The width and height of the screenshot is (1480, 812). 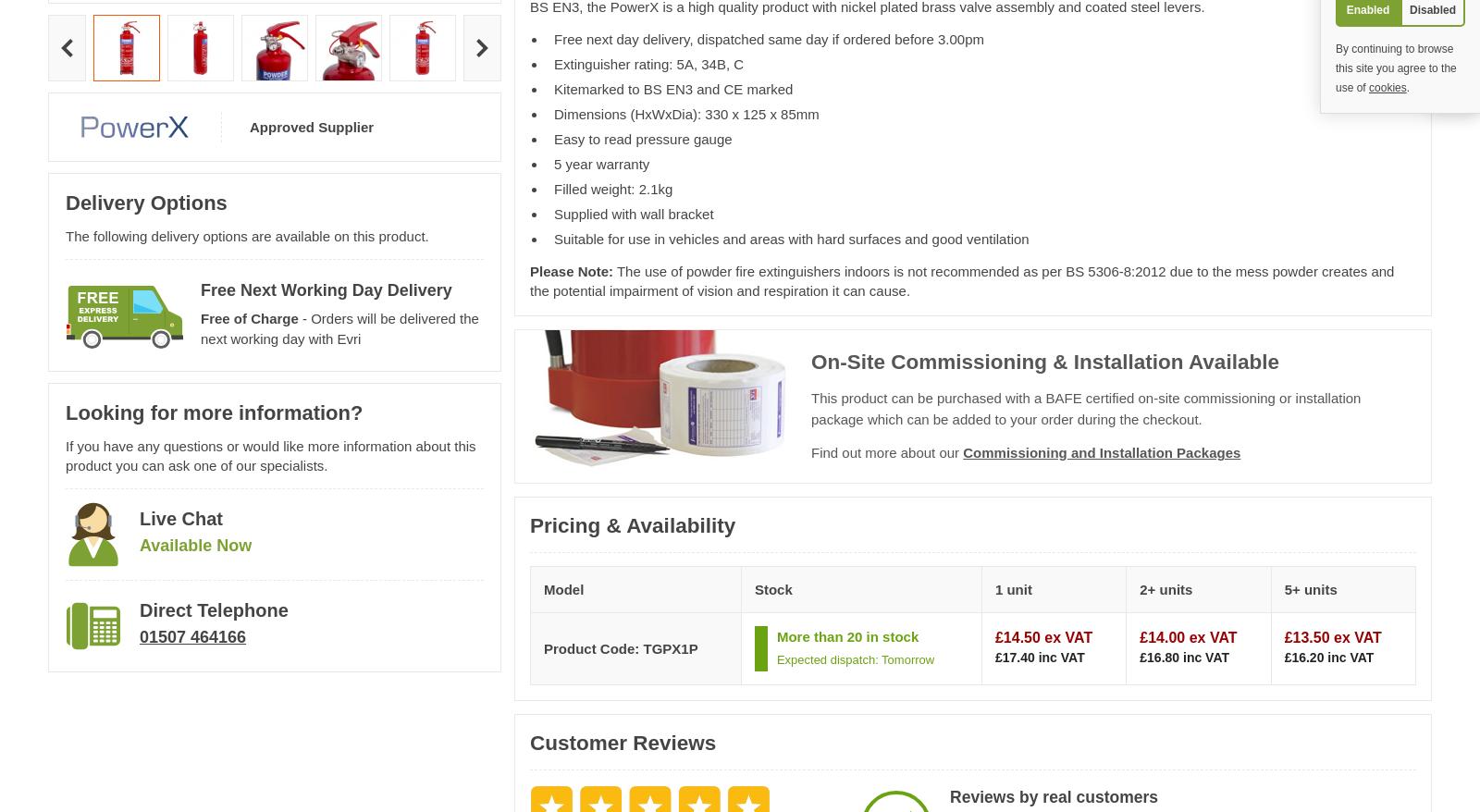 What do you see at coordinates (528, 523) in the screenshot?
I see `'Pricing & Availability'` at bounding box center [528, 523].